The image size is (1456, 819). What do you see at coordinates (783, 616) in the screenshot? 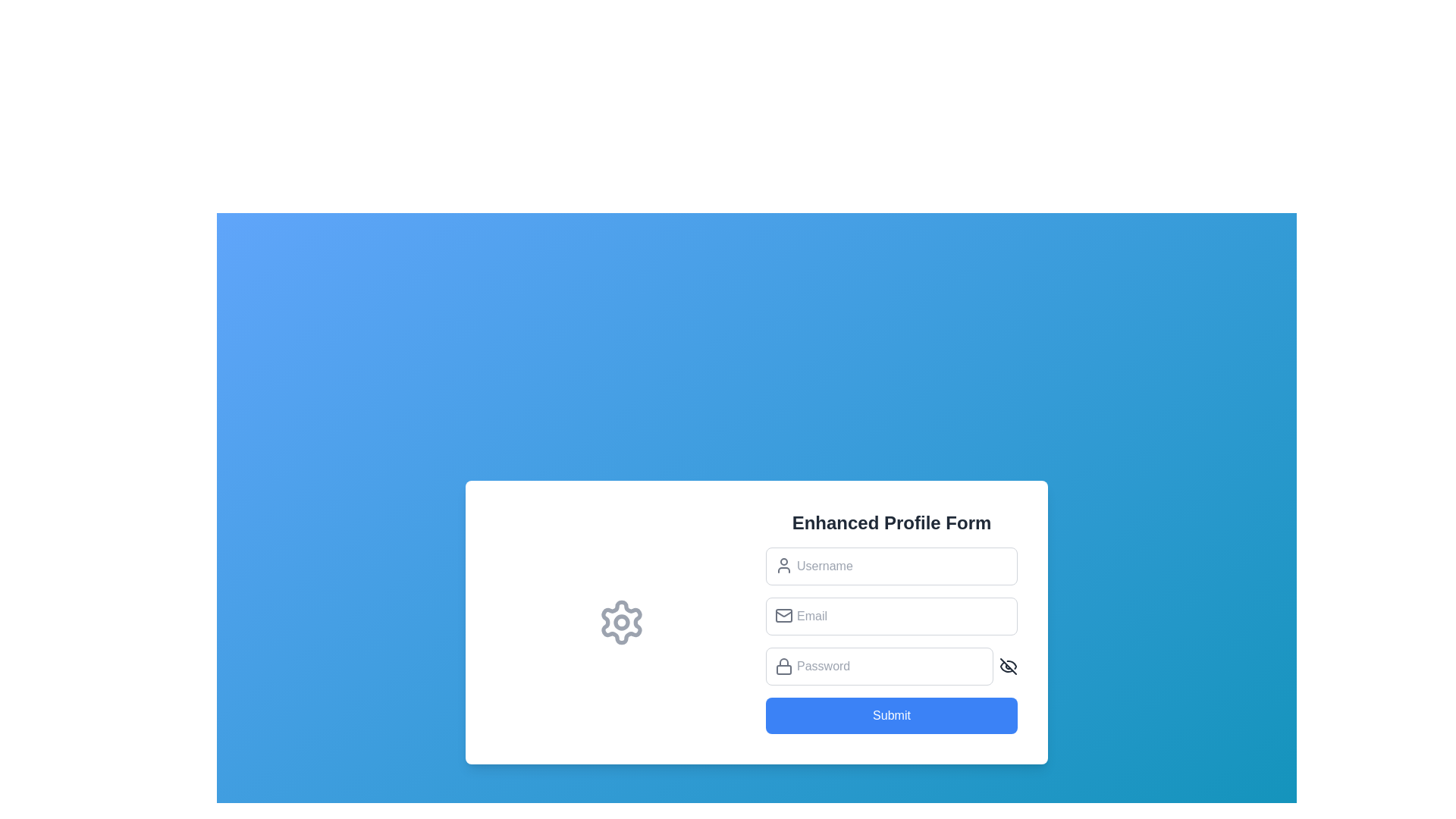
I see `the email icon, which is an SVG envelope icon styled with a thin gray stroke outline, positioned to the left of the 'Email' placeholder in the email input field of the form` at bounding box center [783, 616].